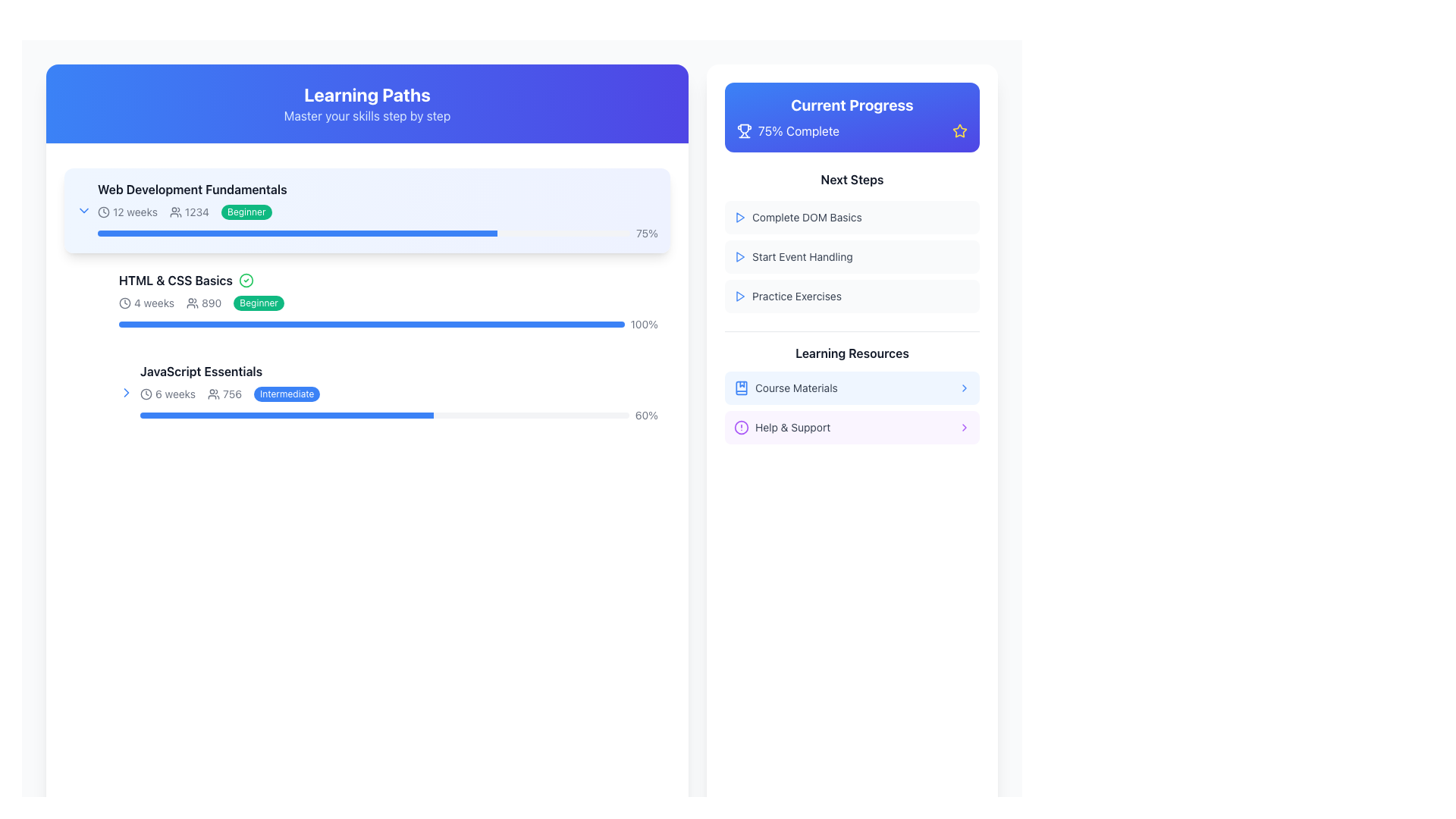  What do you see at coordinates (782, 427) in the screenshot?
I see `the 'Help & Support' clickable text label with an icon` at bounding box center [782, 427].